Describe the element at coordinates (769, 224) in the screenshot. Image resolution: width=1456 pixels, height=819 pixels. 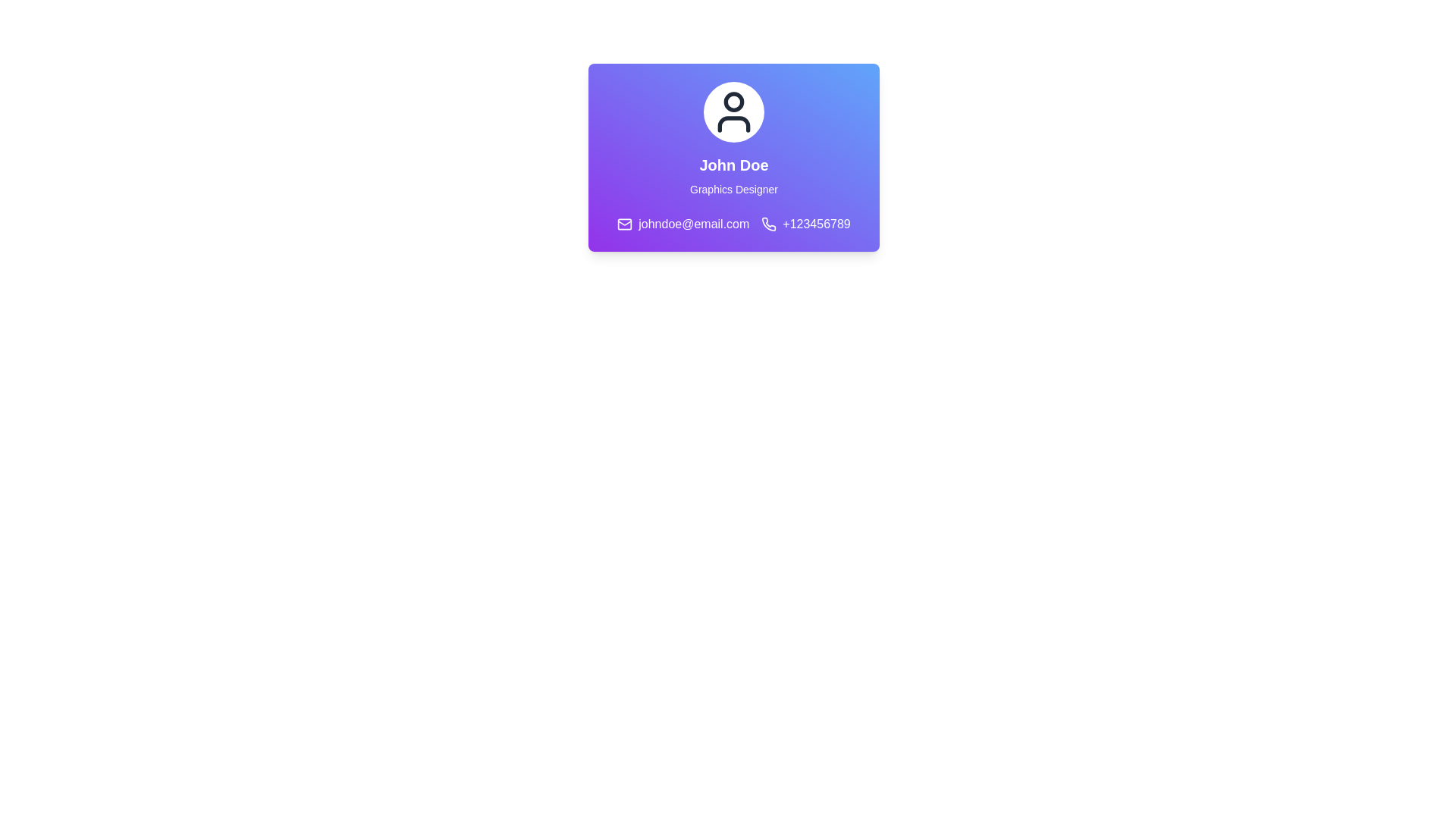
I see `the phone icon located in the lower section of the card layout, which is positioned to the left of the phone number text` at that location.